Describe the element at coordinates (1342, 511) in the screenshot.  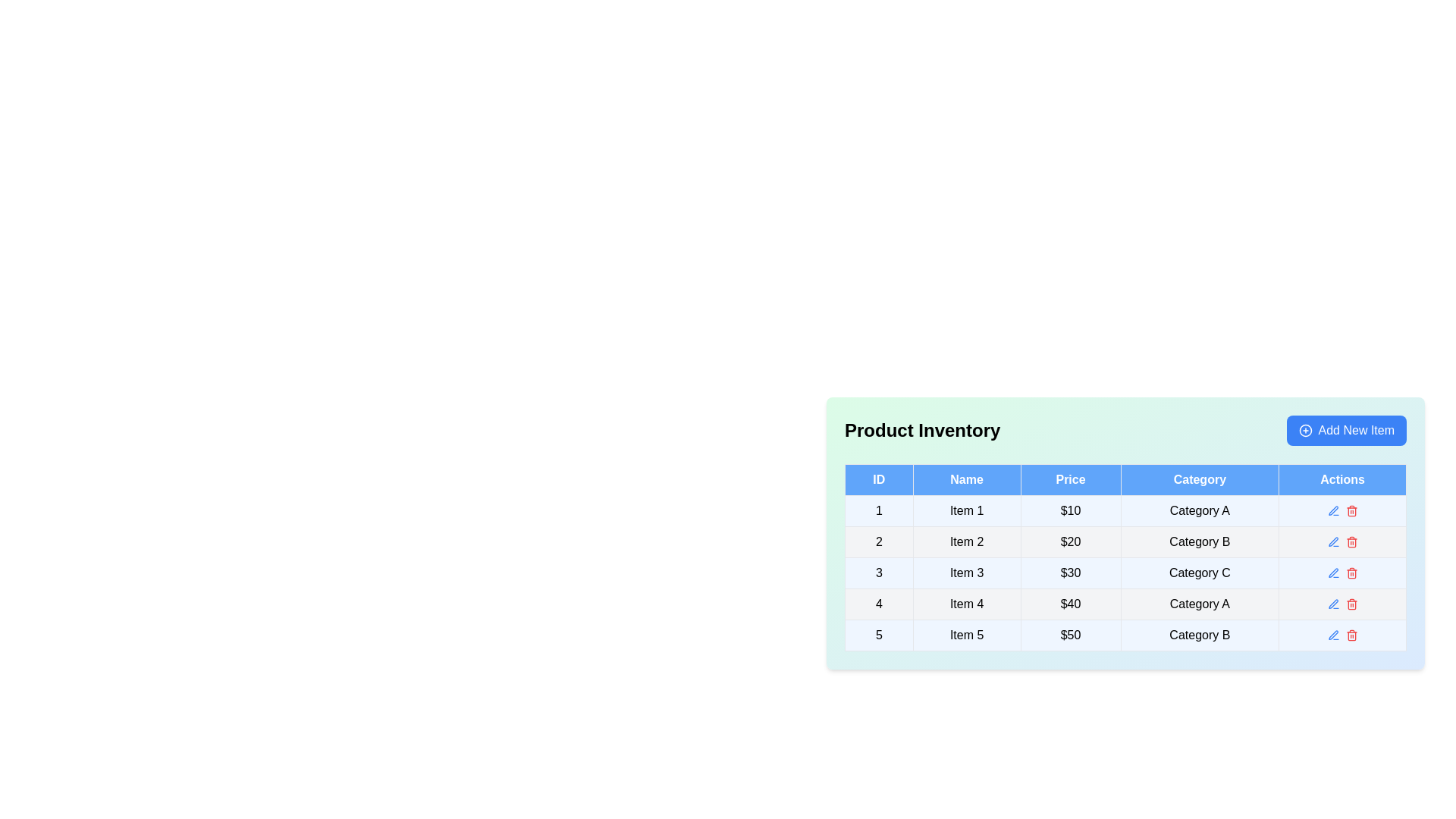
I see `the red trash can icon in the 'Actions' column of the first data row` at that location.